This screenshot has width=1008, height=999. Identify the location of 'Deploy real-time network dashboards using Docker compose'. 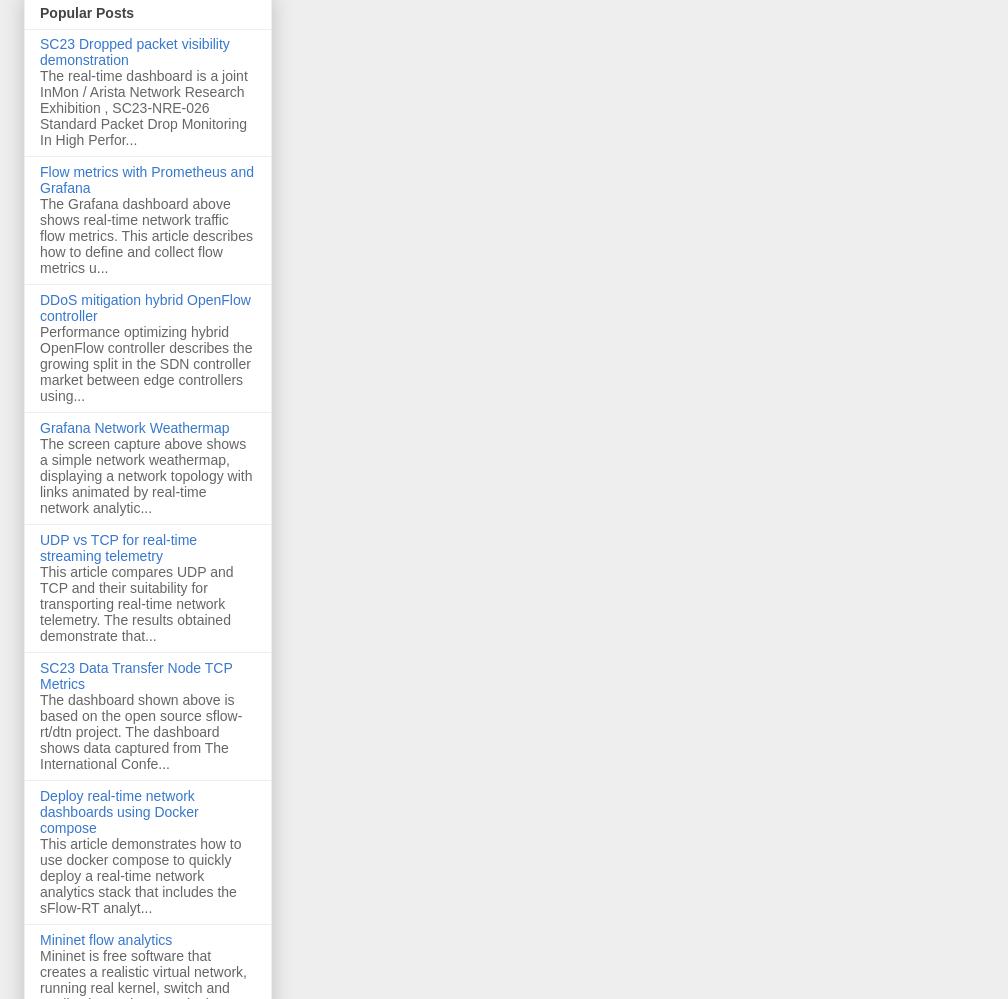
(119, 811).